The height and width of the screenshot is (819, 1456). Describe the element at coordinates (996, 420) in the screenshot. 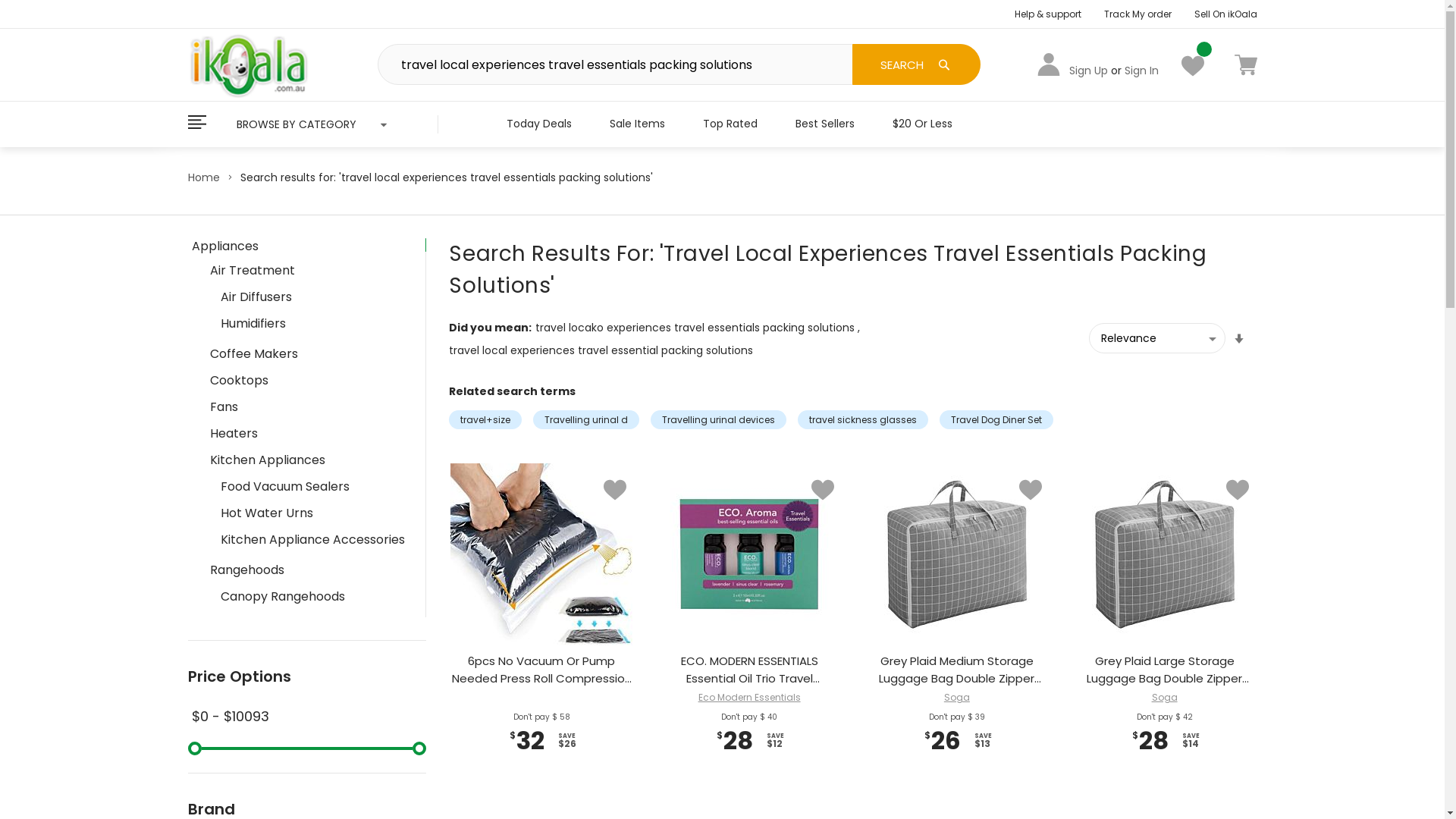

I see `'Travel Dog Diner Set'` at that location.